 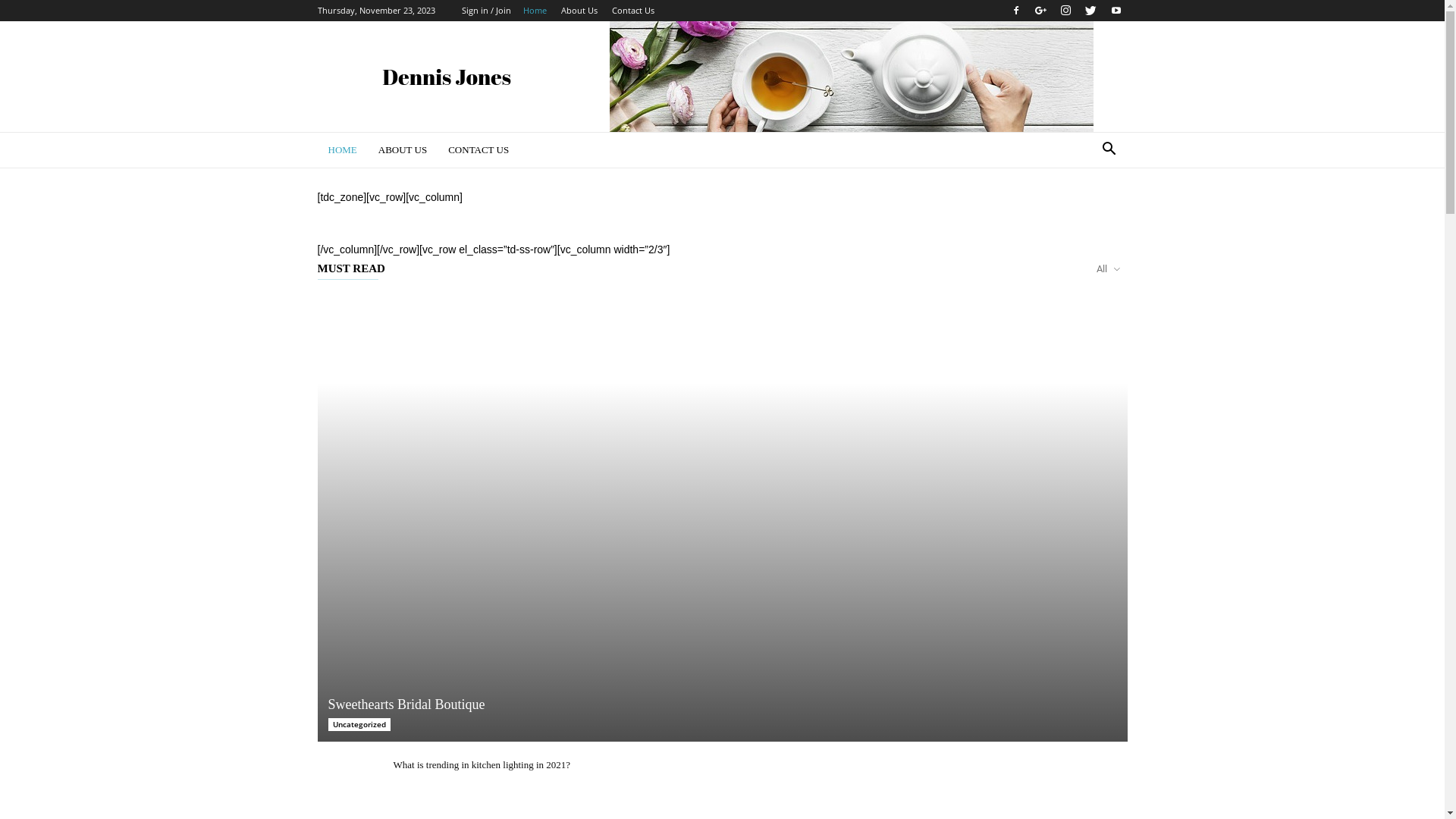 What do you see at coordinates (346, 780) in the screenshot?
I see `'What is trending in kitchen lighting in 2021?'` at bounding box center [346, 780].